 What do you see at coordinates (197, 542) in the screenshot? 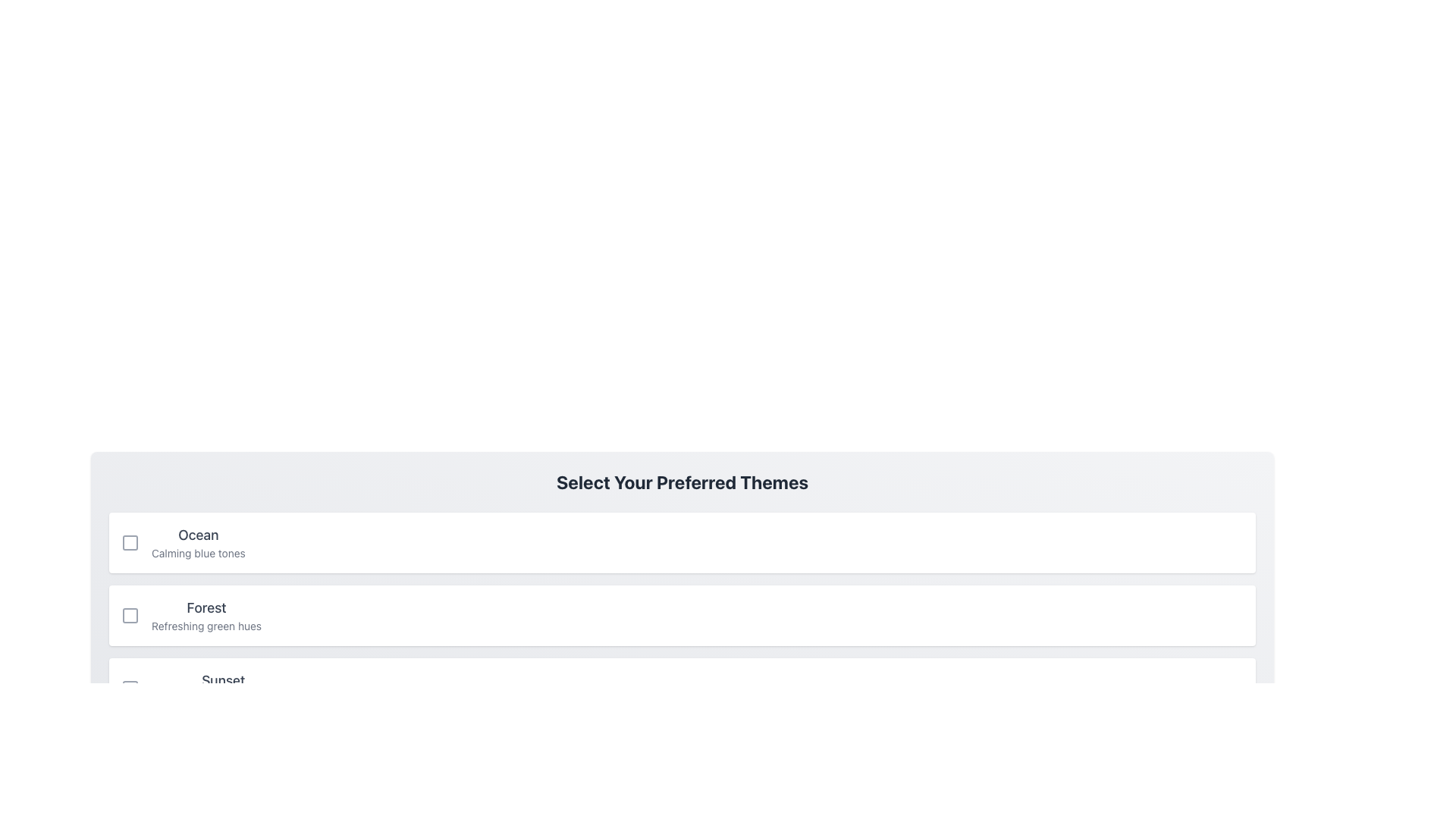
I see `the theme option associated with the Text Label positioned below 'Select Your Preferred Themes' and above 'Forest' in the vertical list of themes` at bounding box center [197, 542].